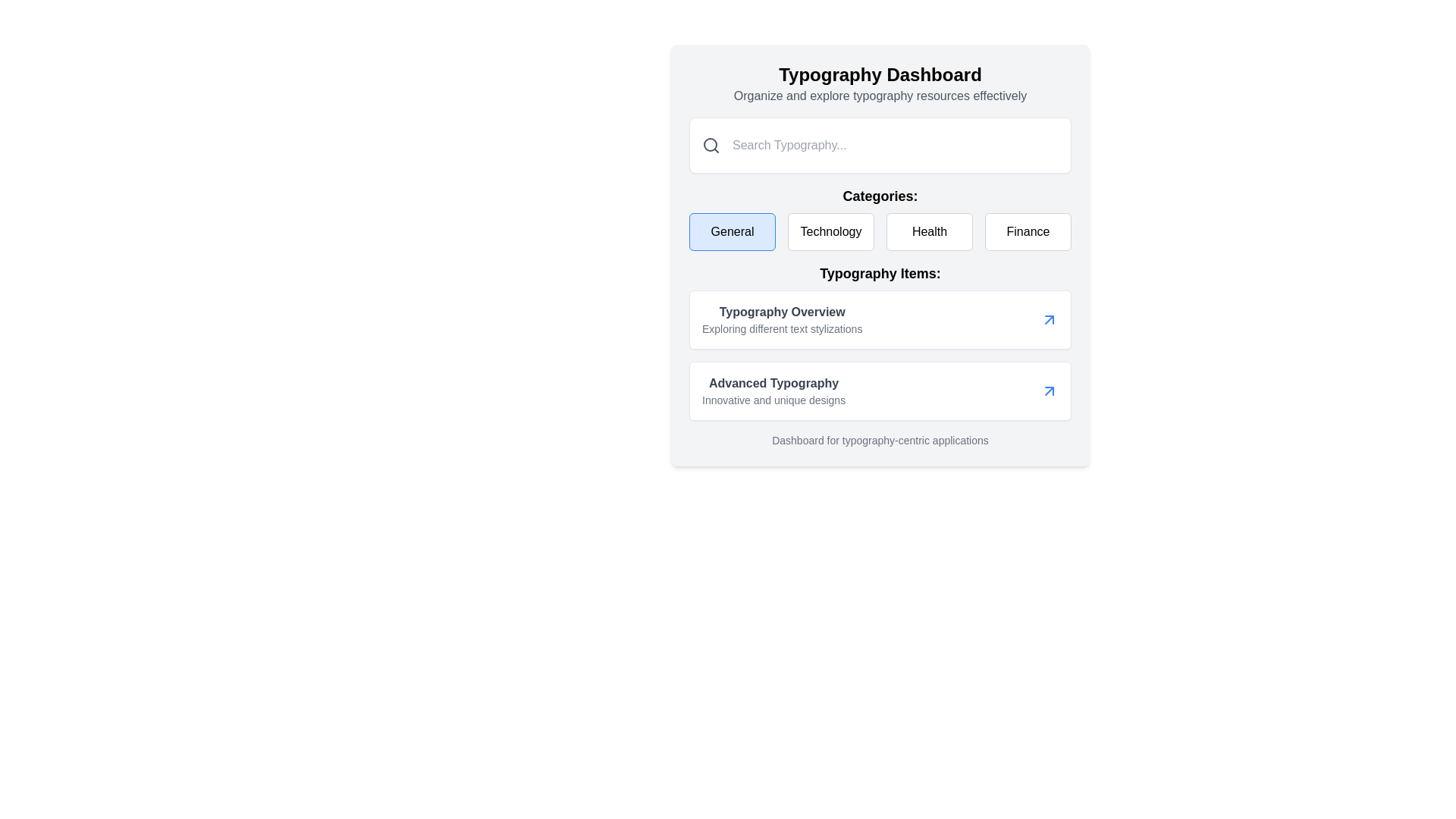 This screenshot has height=819, width=1456. I want to click on the title text element located in the 'Typography Items' section, positioned above the 'Exploring different text stylizations' element, so click(782, 312).